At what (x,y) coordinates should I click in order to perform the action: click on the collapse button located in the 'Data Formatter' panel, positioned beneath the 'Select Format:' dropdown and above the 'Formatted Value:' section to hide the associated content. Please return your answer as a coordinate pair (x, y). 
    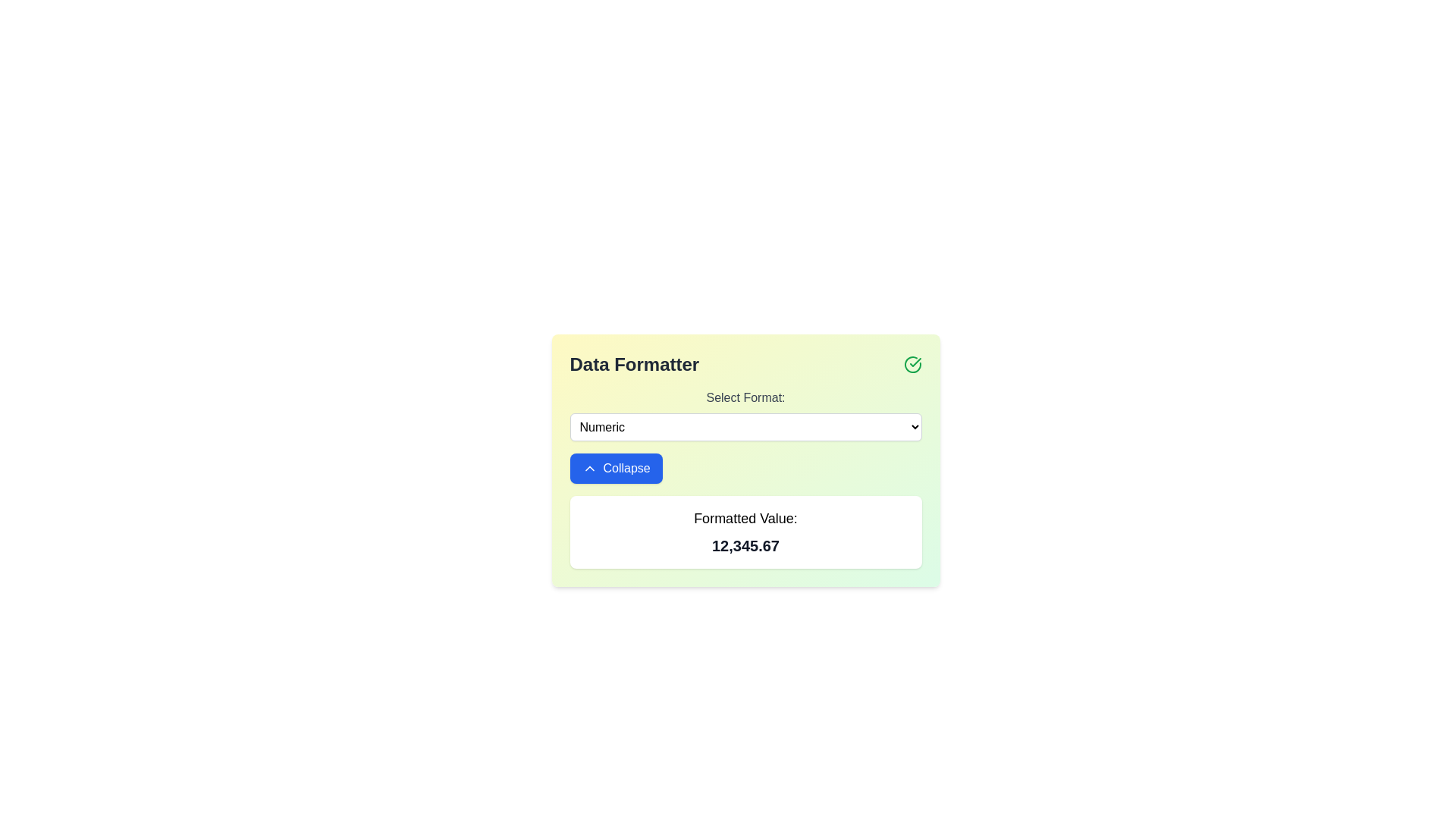
    Looking at the image, I should click on (616, 467).